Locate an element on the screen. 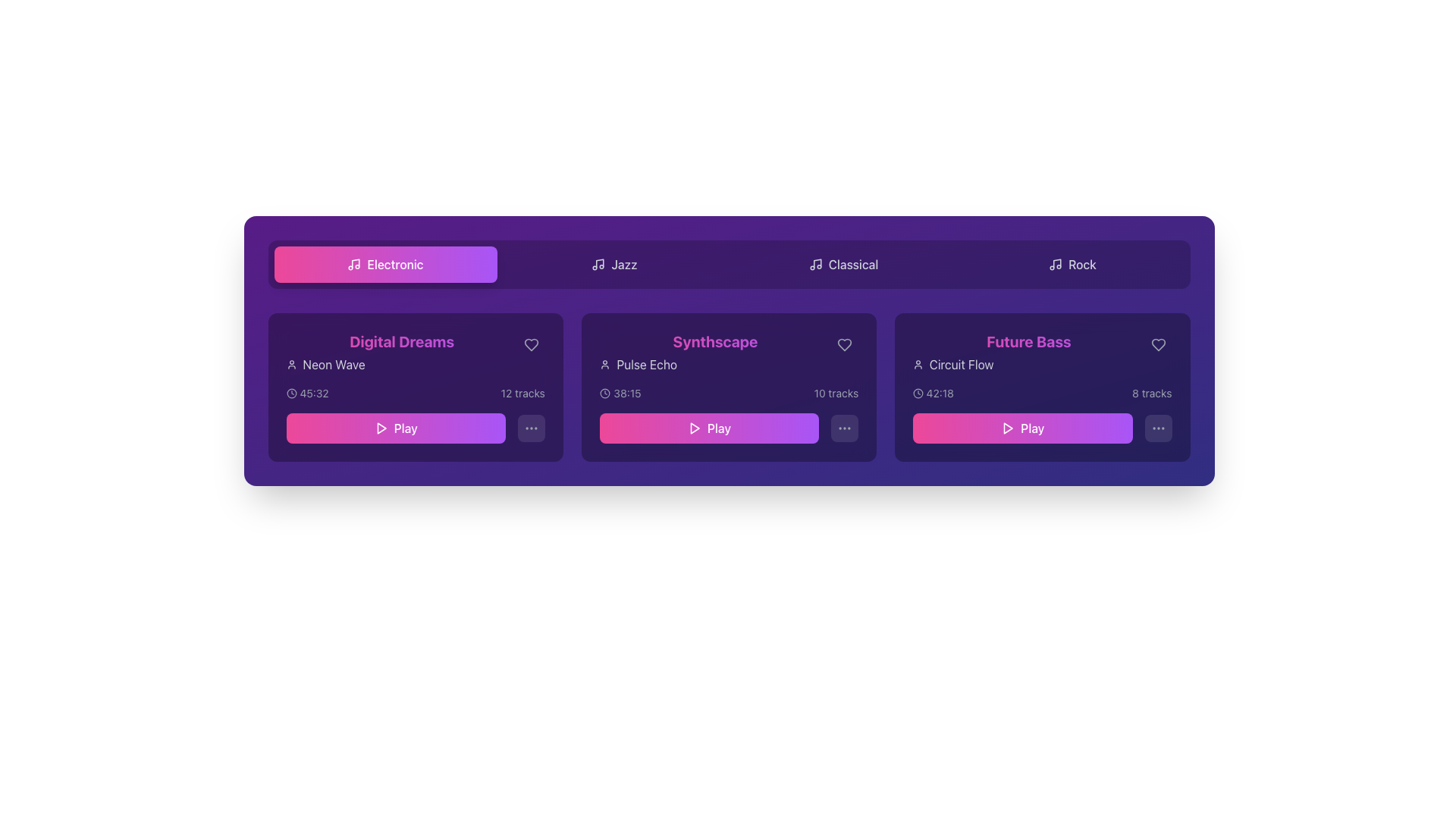 The height and width of the screenshot is (819, 1456). text label 'Future Bass' which is displayed in bold, large font with a gradient color effect, located in the upper section of the third music card from the left is located at coordinates (1028, 342).